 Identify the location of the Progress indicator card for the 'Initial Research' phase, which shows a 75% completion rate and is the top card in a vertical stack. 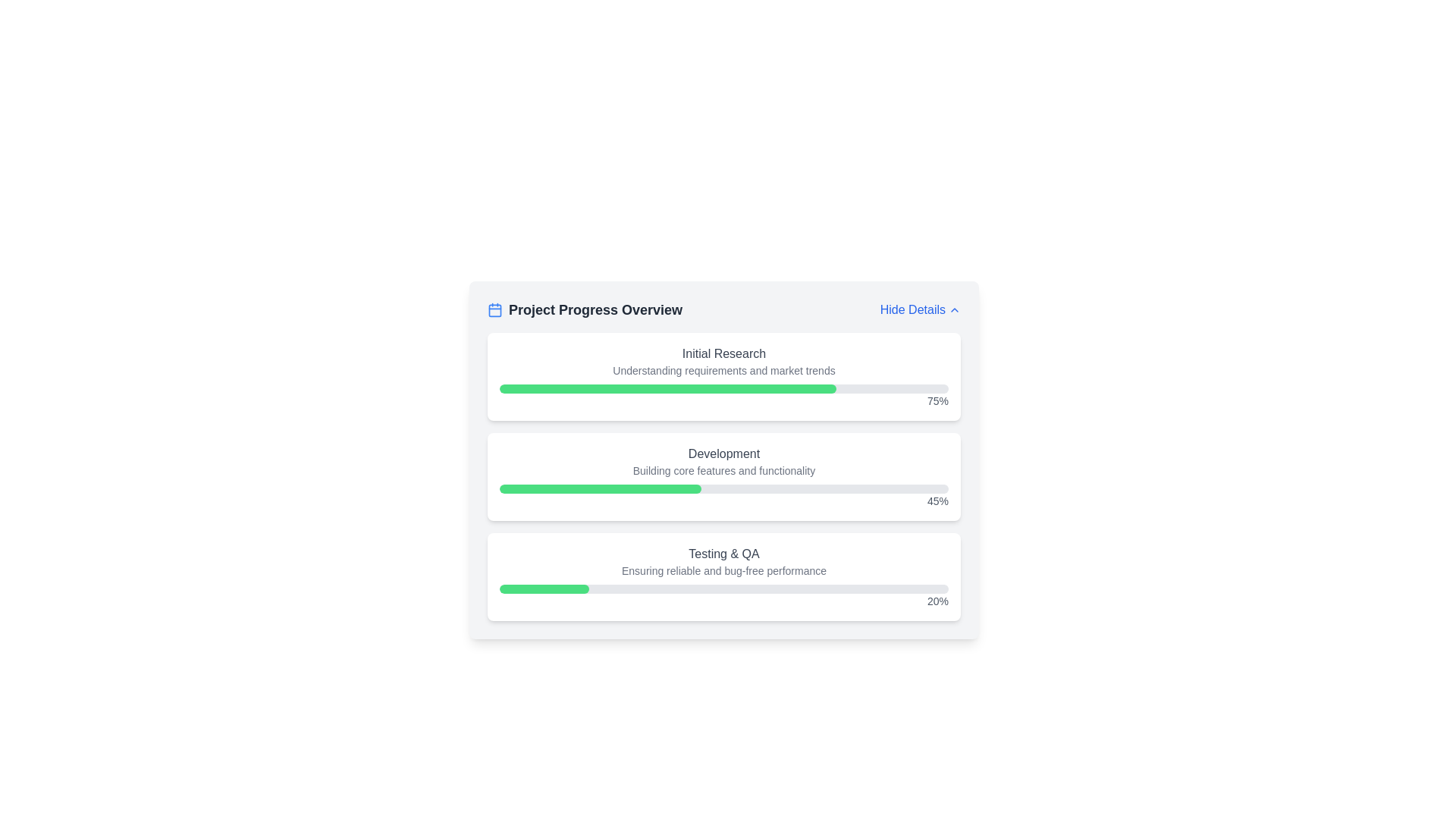
(723, 376).